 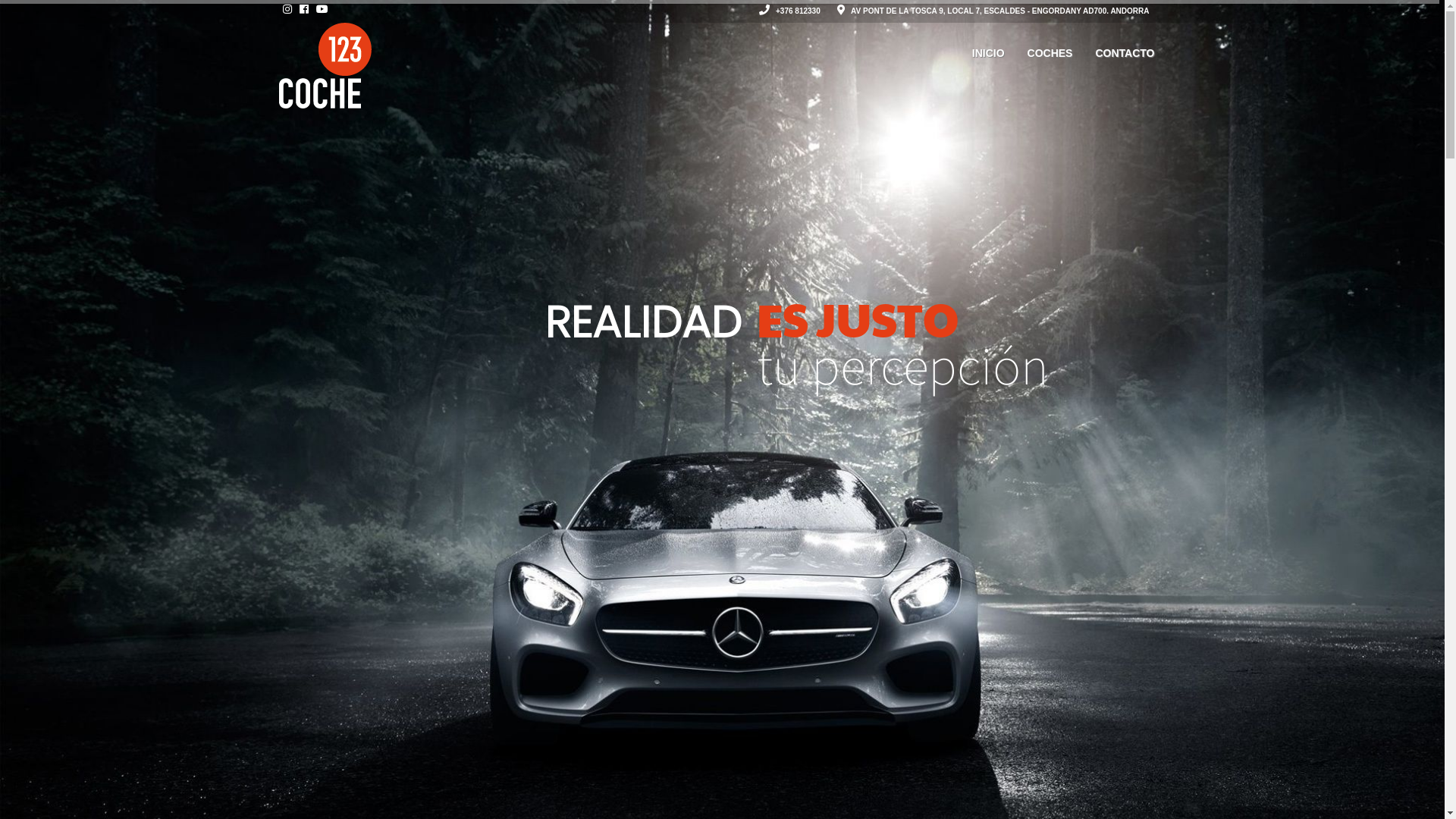 What do you see at coordinates (988, 52) in the screenshot?
I see `'INICIO'` at bounding box center [988, 52].